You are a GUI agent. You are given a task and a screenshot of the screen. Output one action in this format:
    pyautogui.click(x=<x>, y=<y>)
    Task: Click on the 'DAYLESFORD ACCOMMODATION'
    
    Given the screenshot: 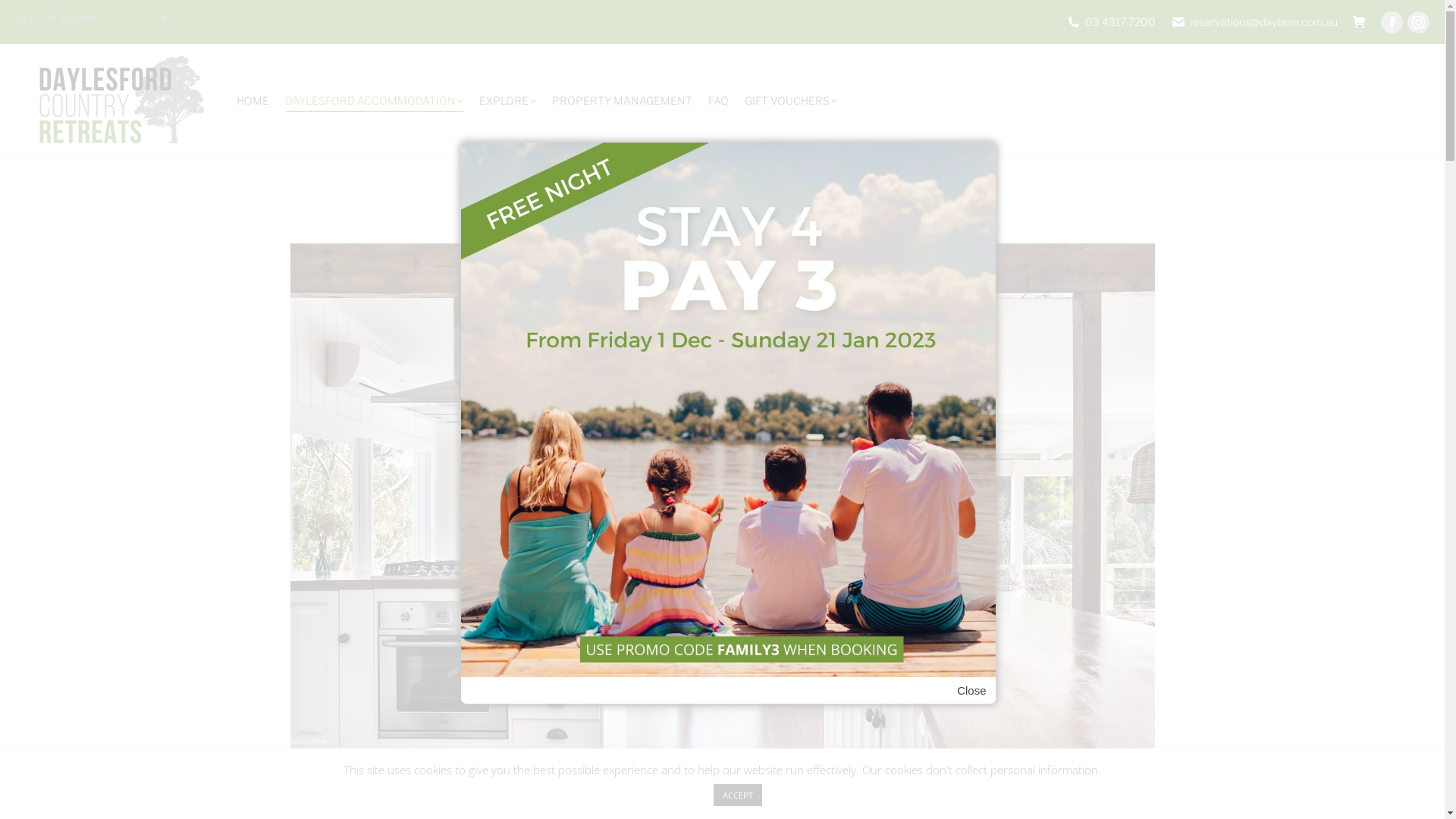 What is the action you would take?
    pyautogui.click(x=283, y=100)
    